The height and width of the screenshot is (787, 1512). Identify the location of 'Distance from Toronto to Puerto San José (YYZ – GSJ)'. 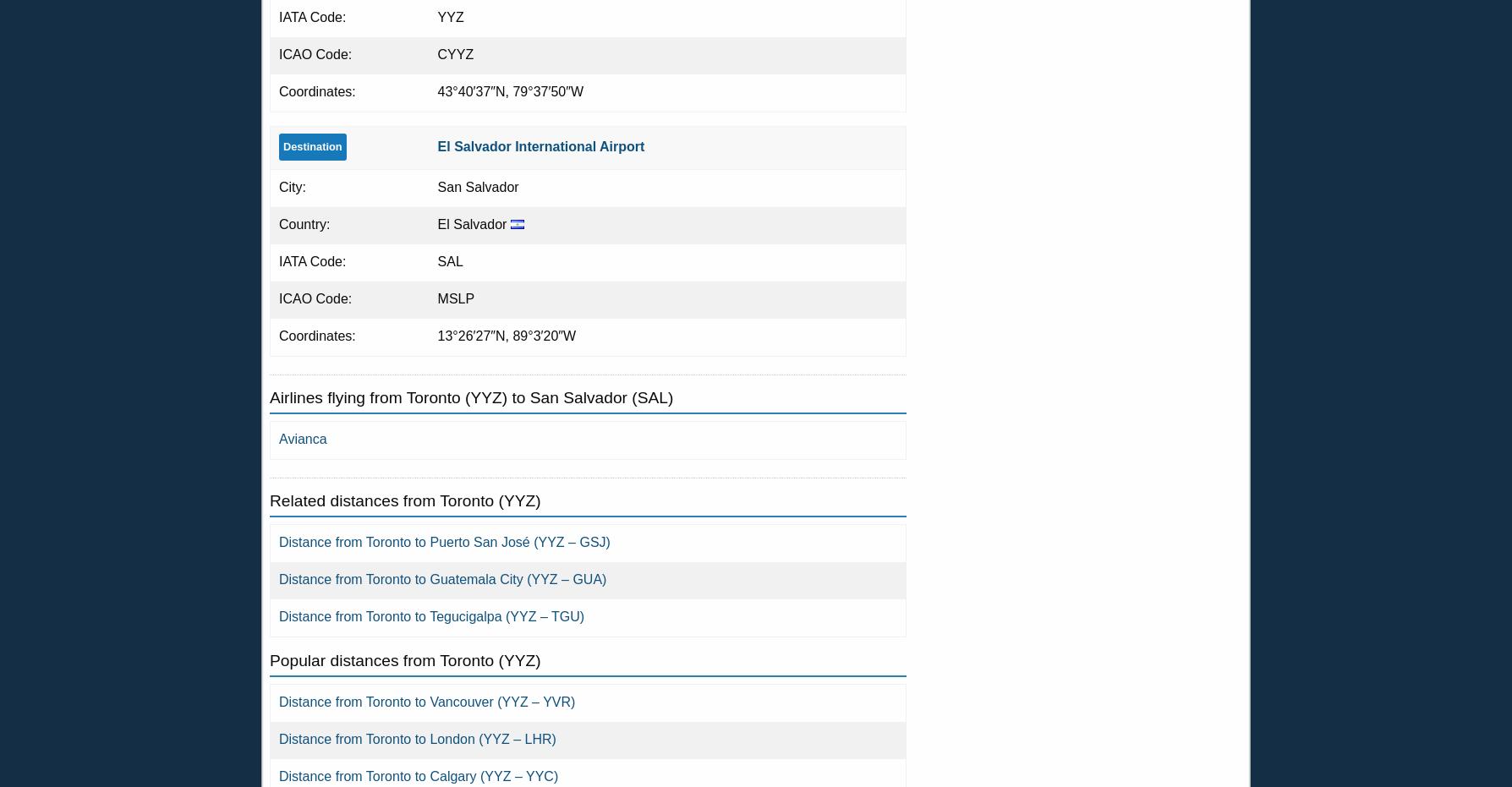
(278, 542).